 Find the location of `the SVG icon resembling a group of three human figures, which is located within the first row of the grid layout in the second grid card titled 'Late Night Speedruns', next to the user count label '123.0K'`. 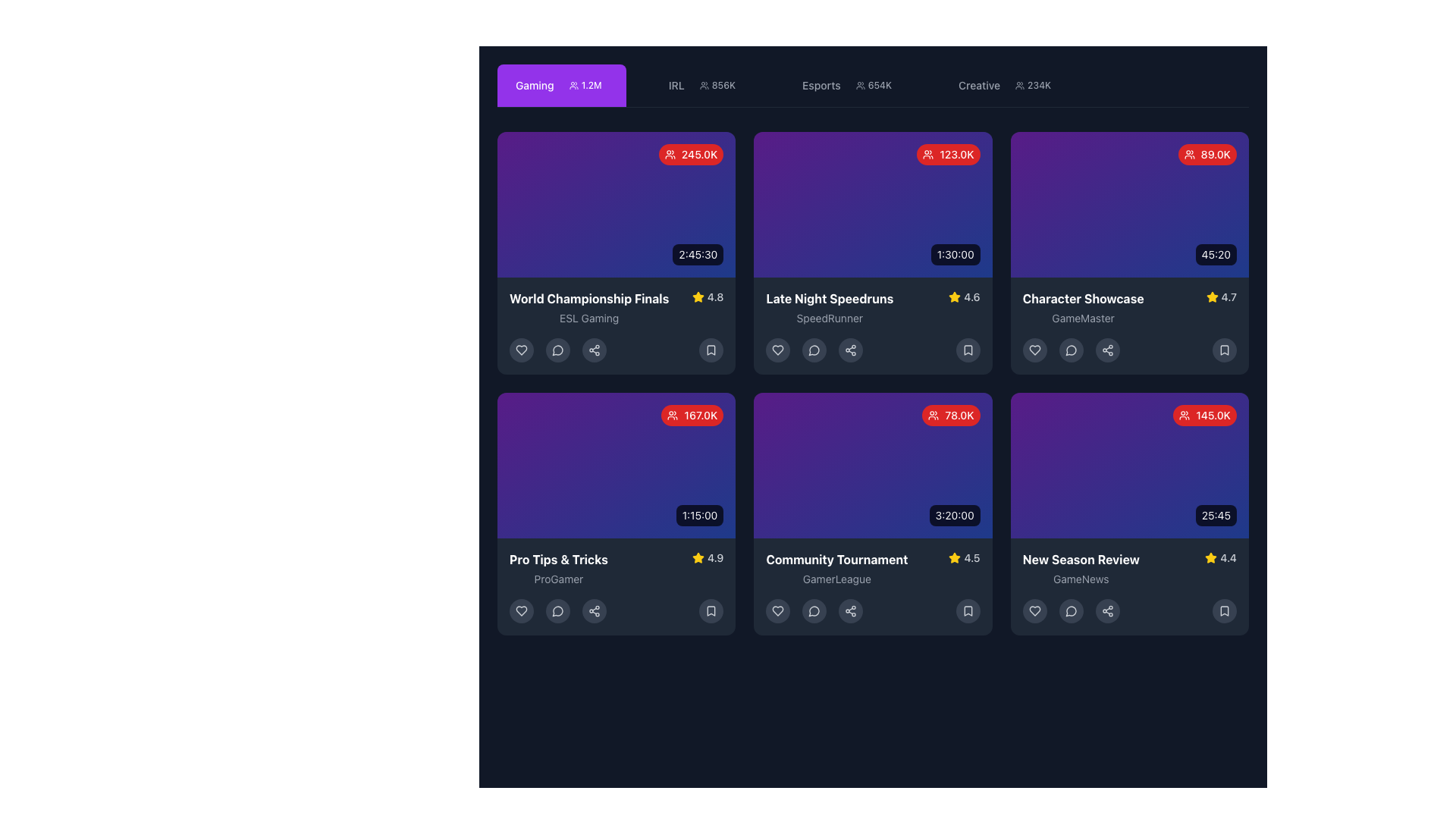

the SVG icon resembling a group of three human figures, which is located within the first row of the grid layout in the second grid card titled 'Late Night Speedruns', next to the user count label '123.0K' is located at coordinates (927, 155).